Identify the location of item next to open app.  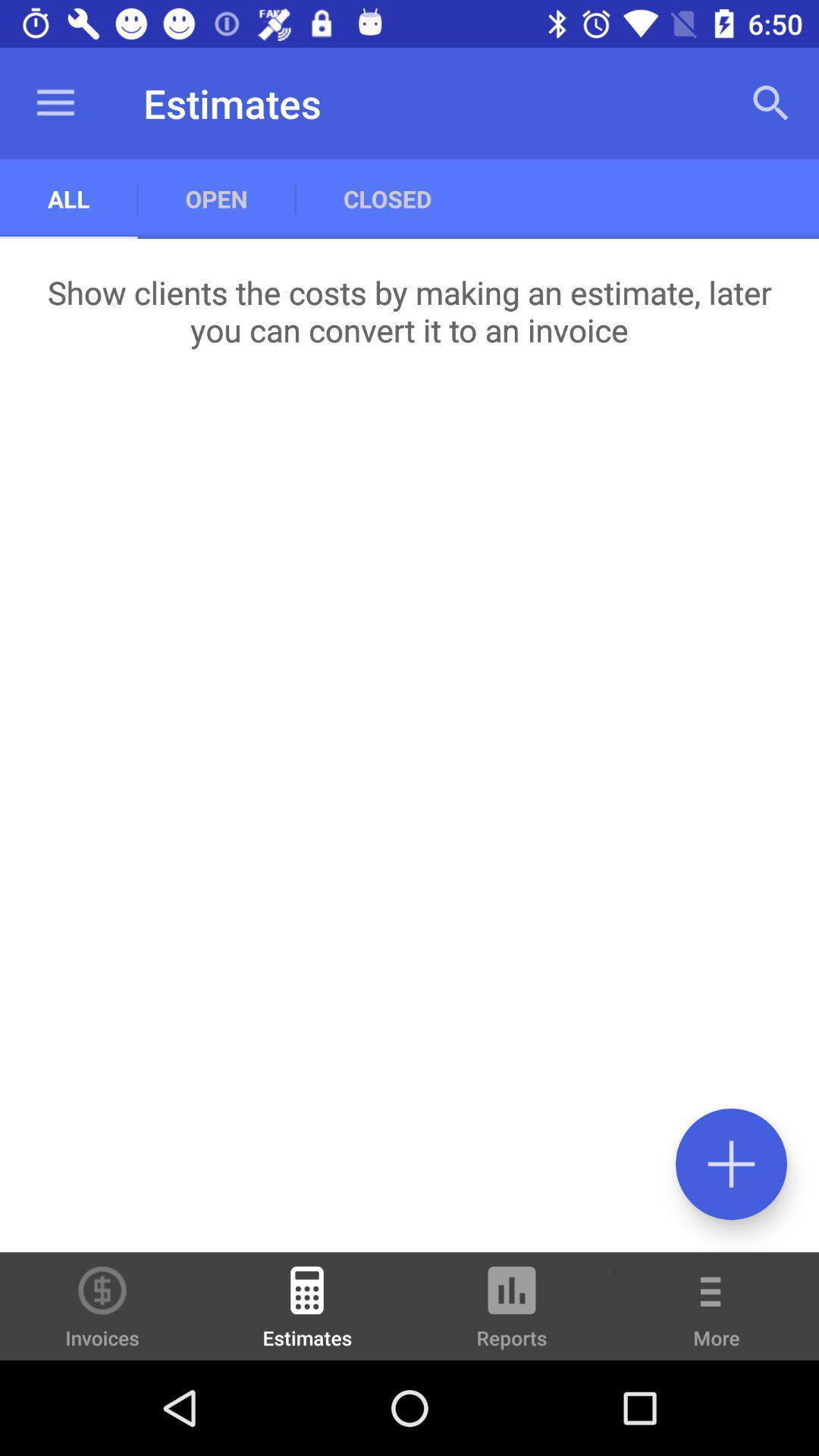
(68, 198).